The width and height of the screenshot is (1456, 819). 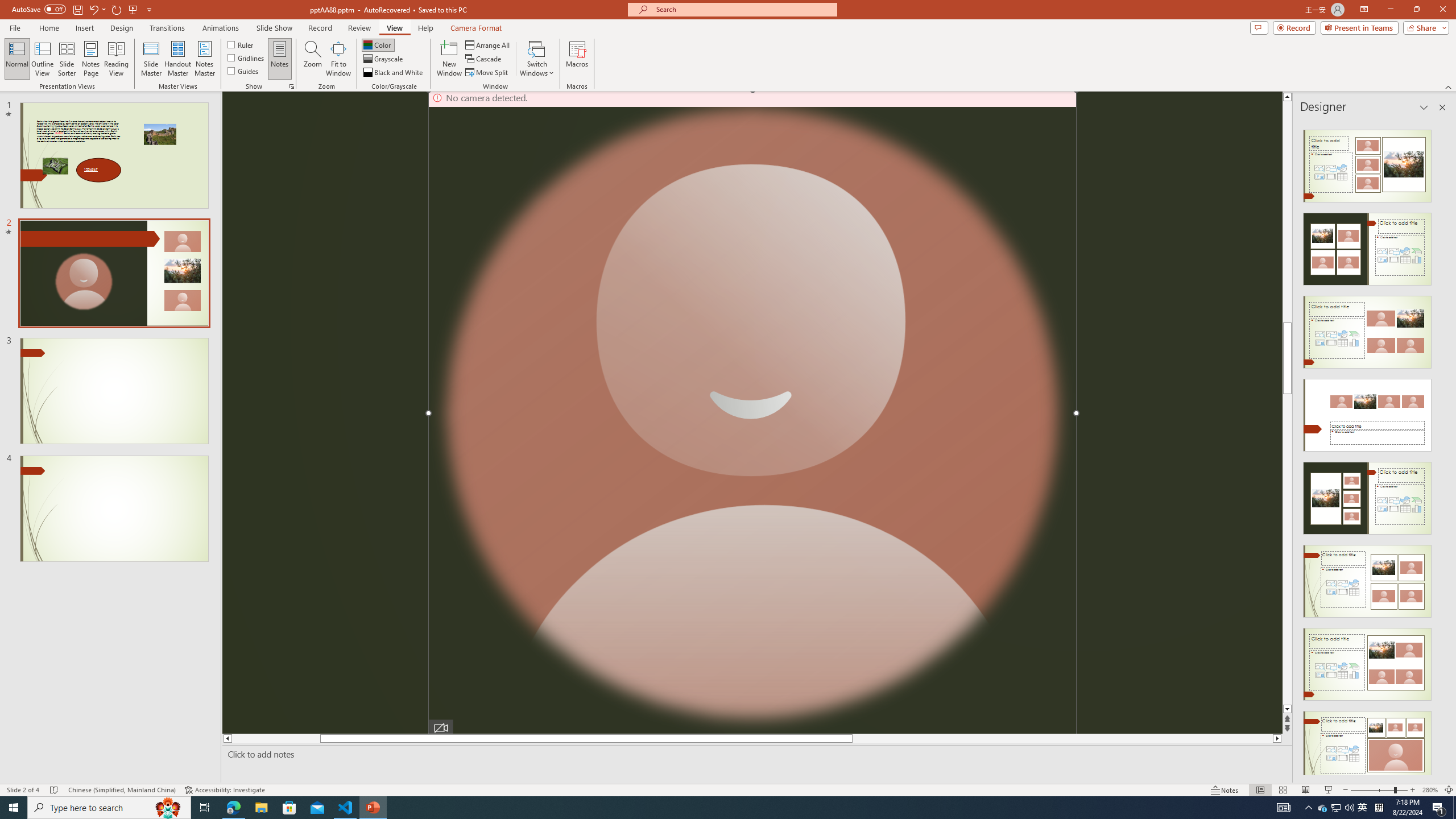 I want to click on 'Share', so click(x=1423, y=27).